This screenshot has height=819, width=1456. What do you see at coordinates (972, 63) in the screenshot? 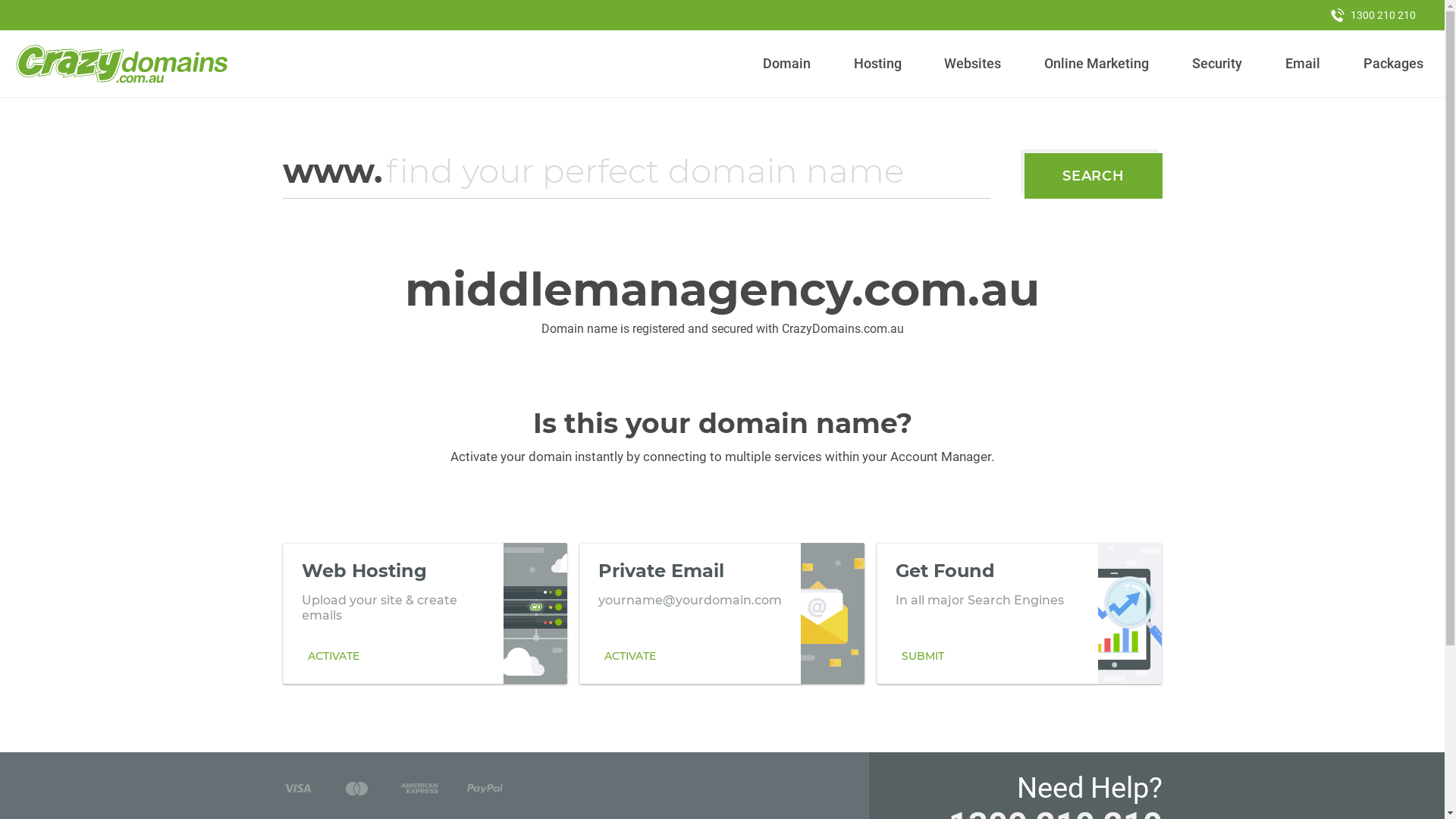
I see `'Websites'` at bounding box center [972, 63].